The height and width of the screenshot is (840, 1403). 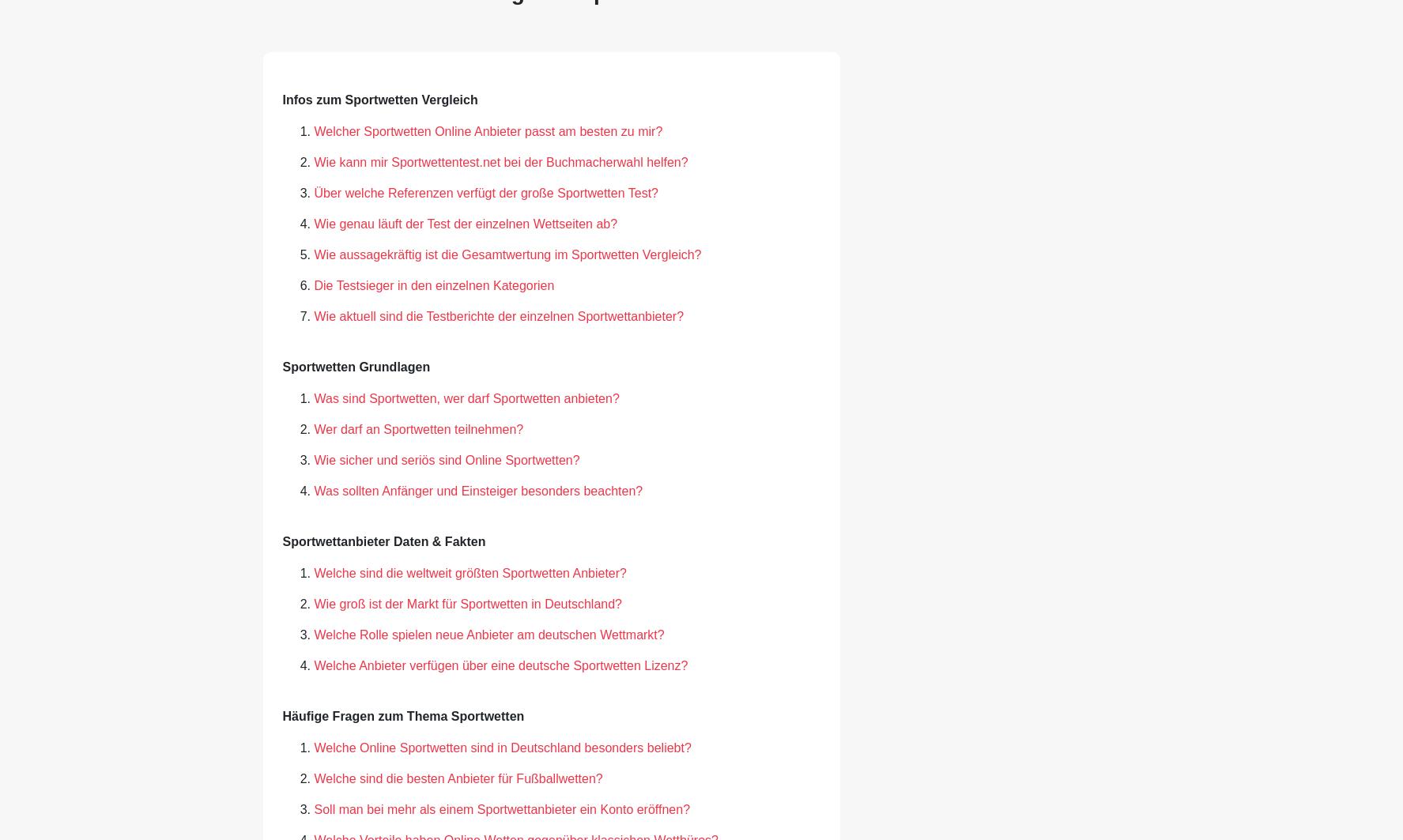 What do you see at coordinates (502, 746) in the screenshot?
I see `'Welche Online Sportwetten sind in Deutschland besonders beliebt?'` at bounding box center [502, 746].